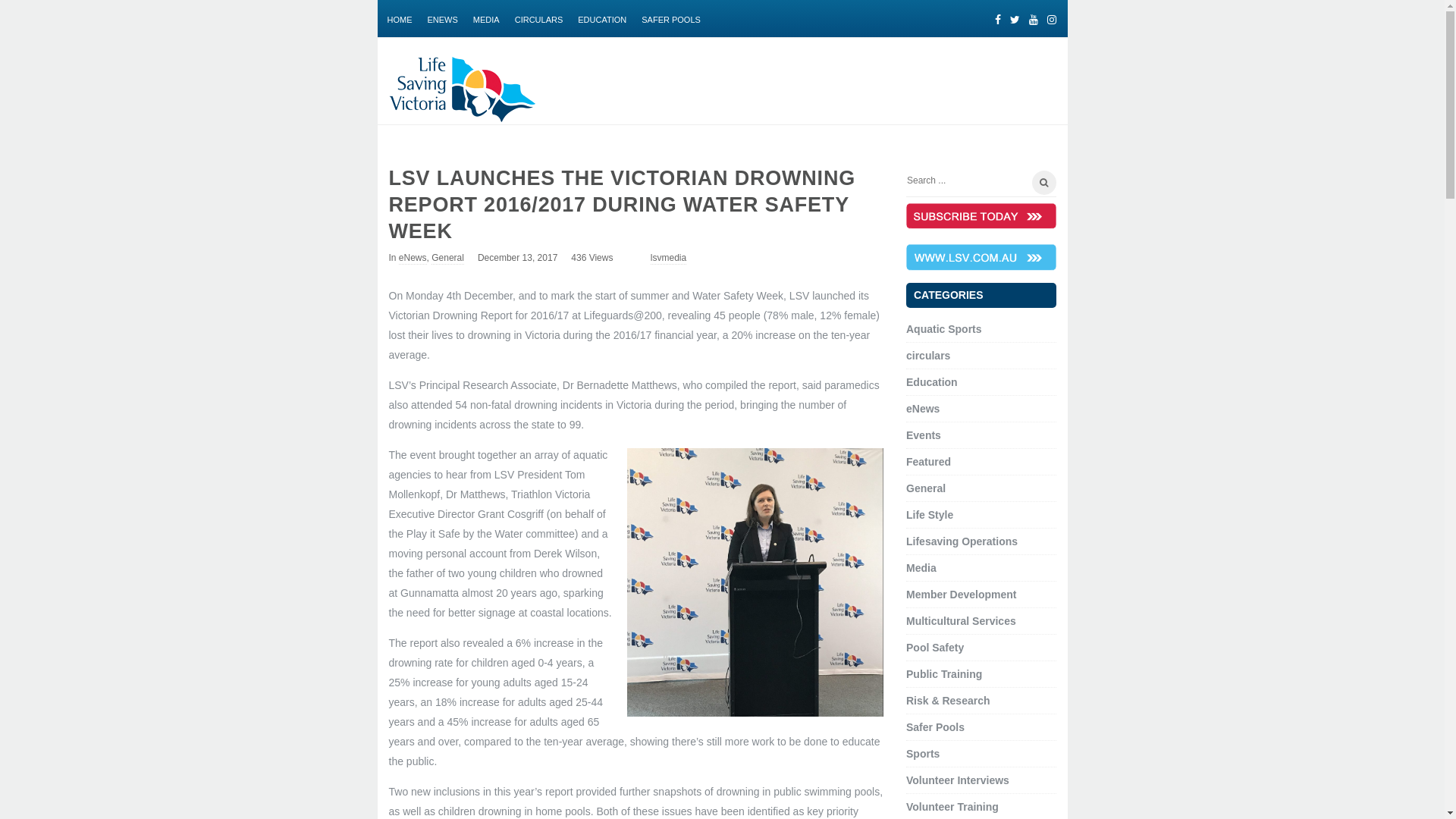  I want to click on 'Pool Safety', so click(934, 647).